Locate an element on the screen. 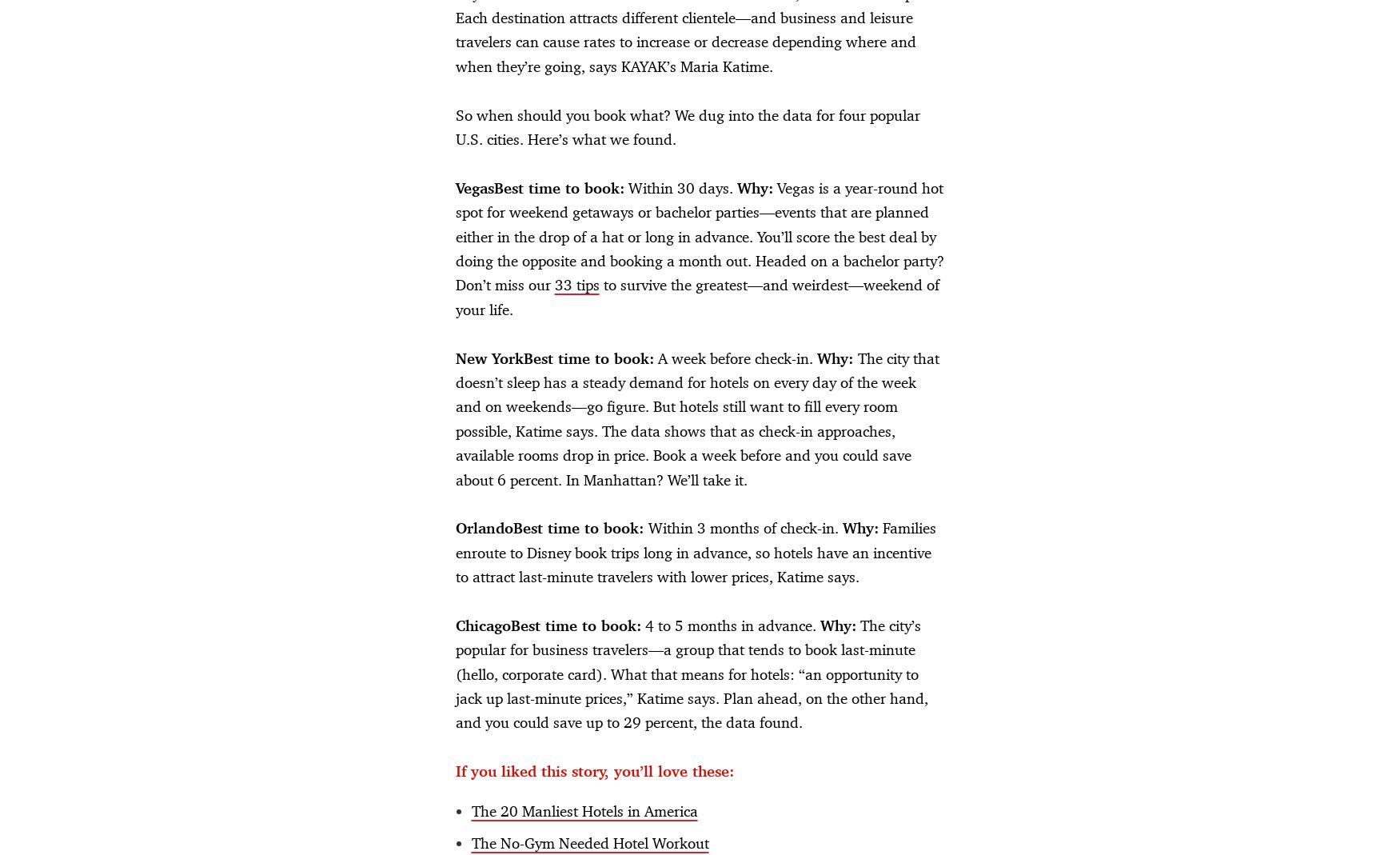 The image size is (1400, 855). 'DAA Industry Opt Out' is located at coordinates (716, 824).